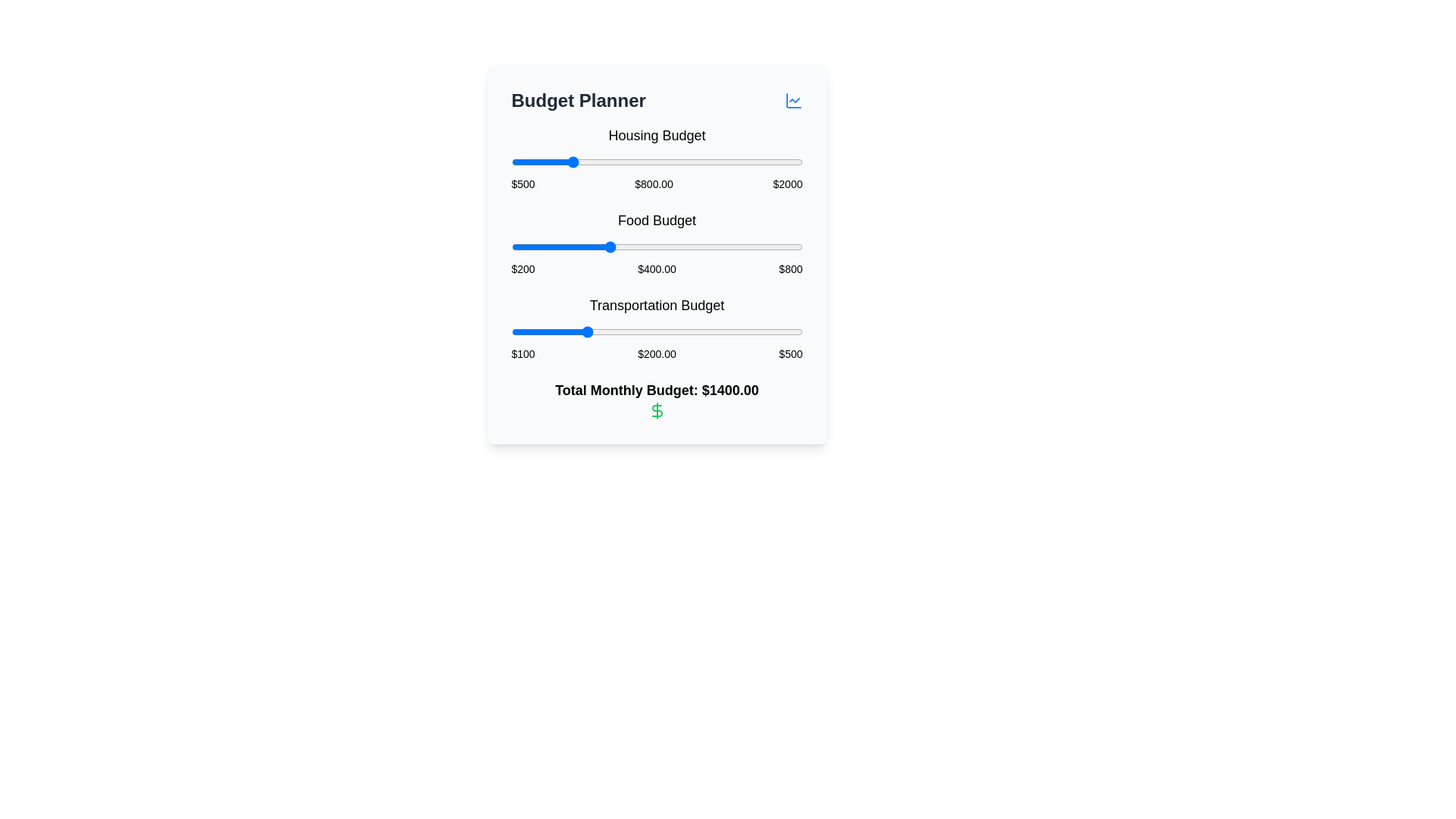 The height and width of the screenshot is (819, 1456). I want to click on the Food Budget slider, so click(636, 246).